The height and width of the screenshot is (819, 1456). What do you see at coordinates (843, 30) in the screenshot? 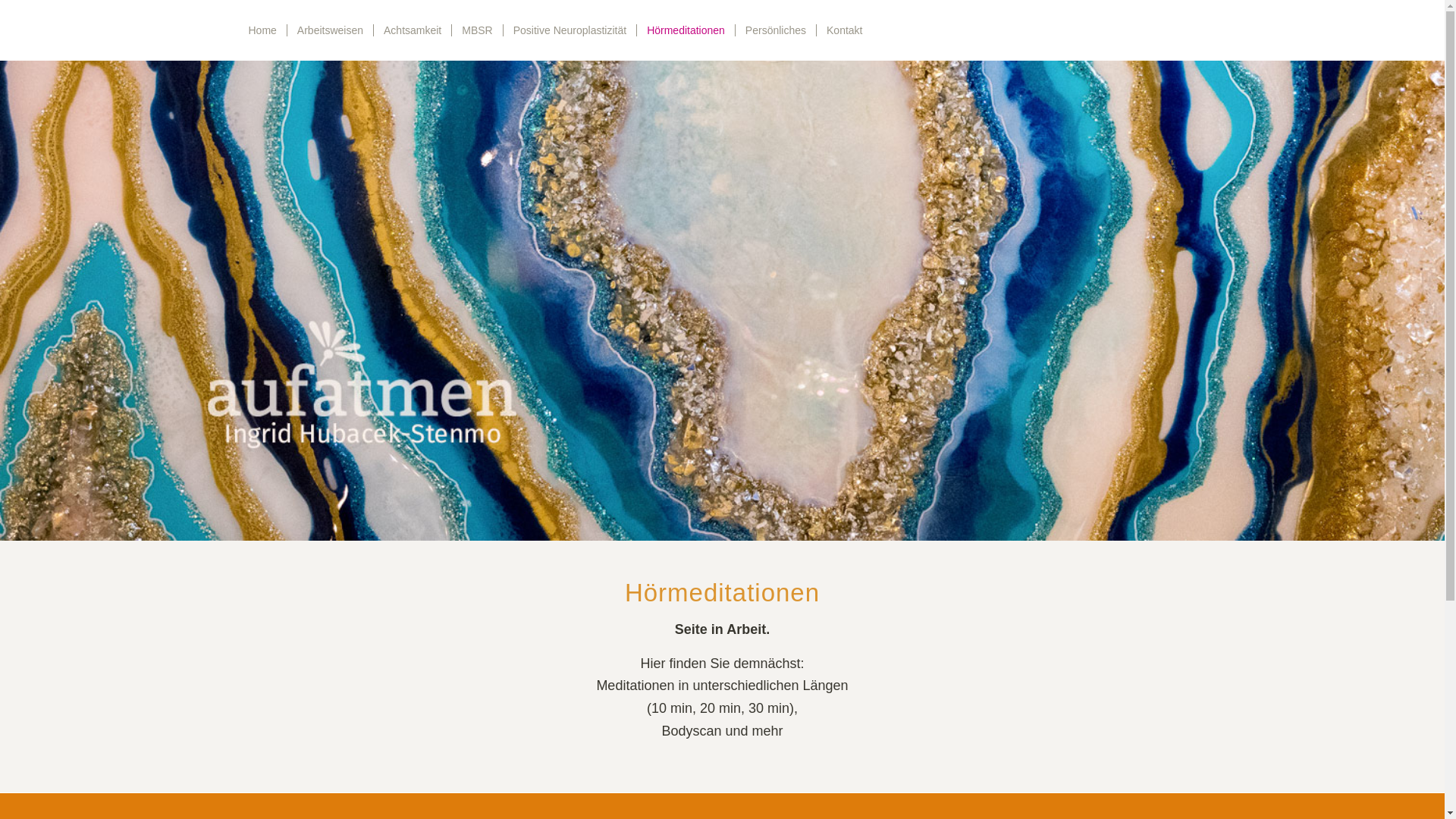
I see `'Kontakt'` at bounding box center [843, 30].